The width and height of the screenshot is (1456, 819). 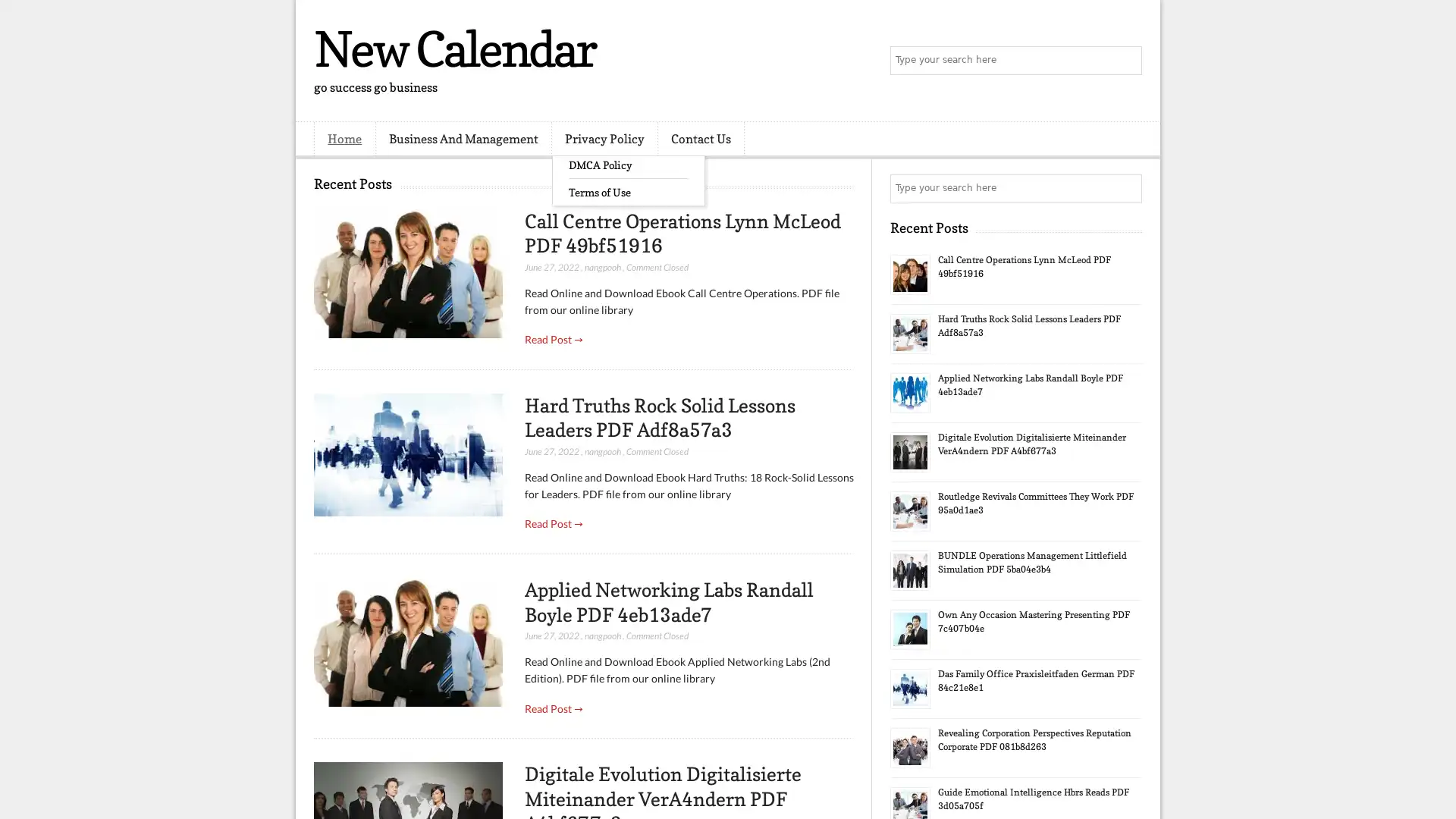 I want to click on Search, so click(x=1126, y=188).